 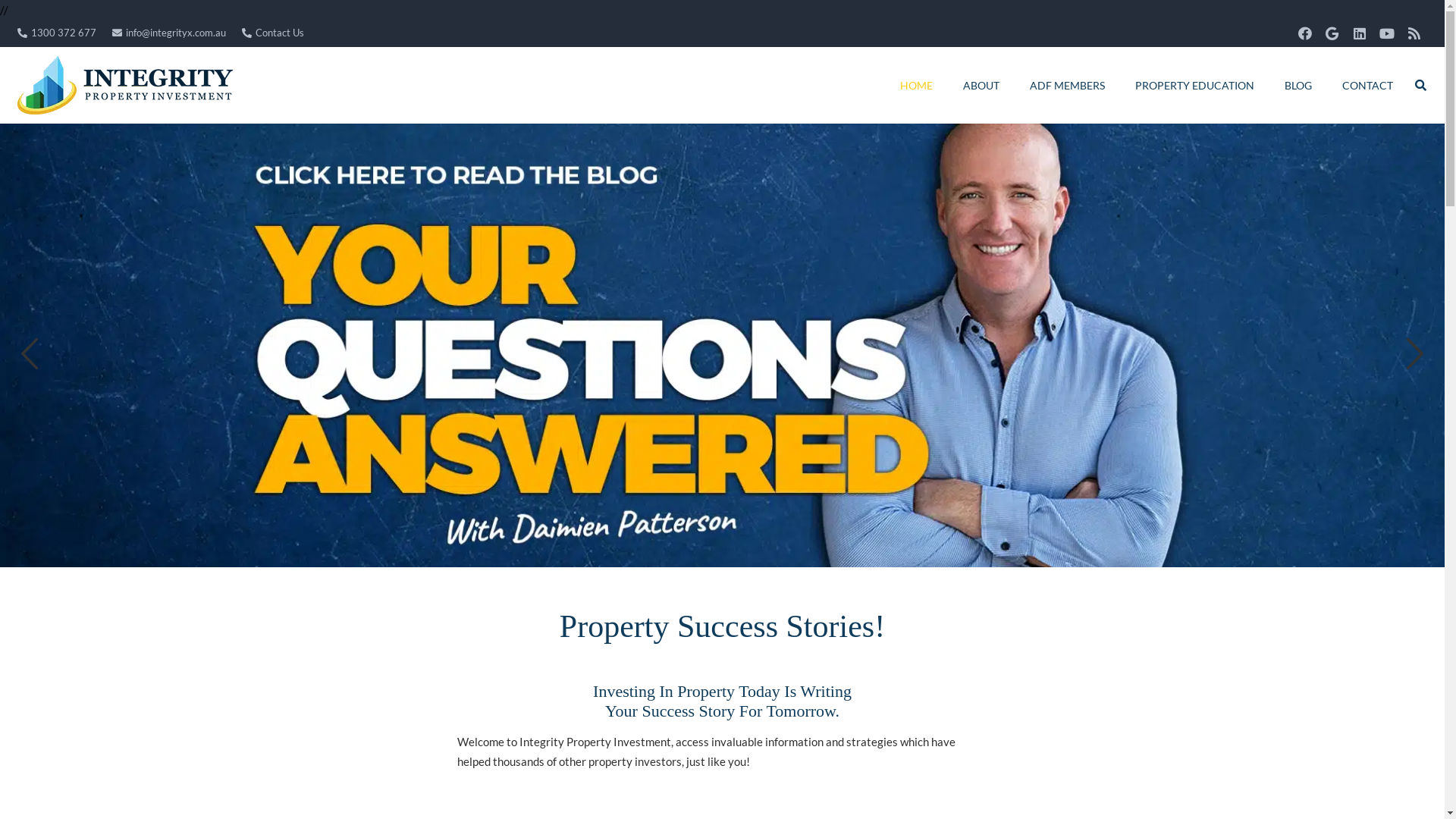 I want to click on 'ADF MEMBERS', so click(x=1066, y=85).